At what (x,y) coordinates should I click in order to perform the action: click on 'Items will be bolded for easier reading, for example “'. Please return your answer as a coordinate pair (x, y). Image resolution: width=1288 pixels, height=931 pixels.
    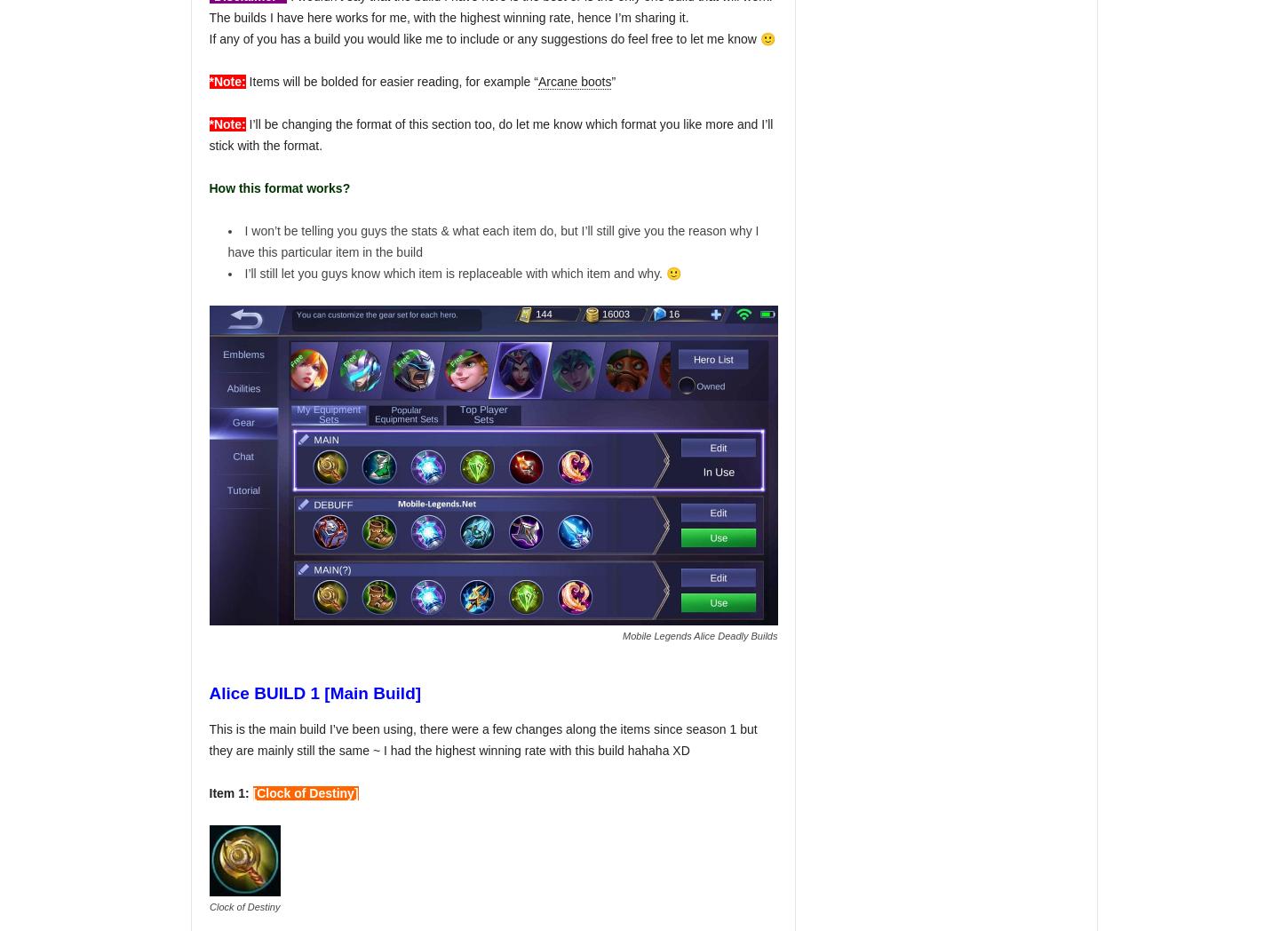
    Looking at the image, I should click on (390, 81).